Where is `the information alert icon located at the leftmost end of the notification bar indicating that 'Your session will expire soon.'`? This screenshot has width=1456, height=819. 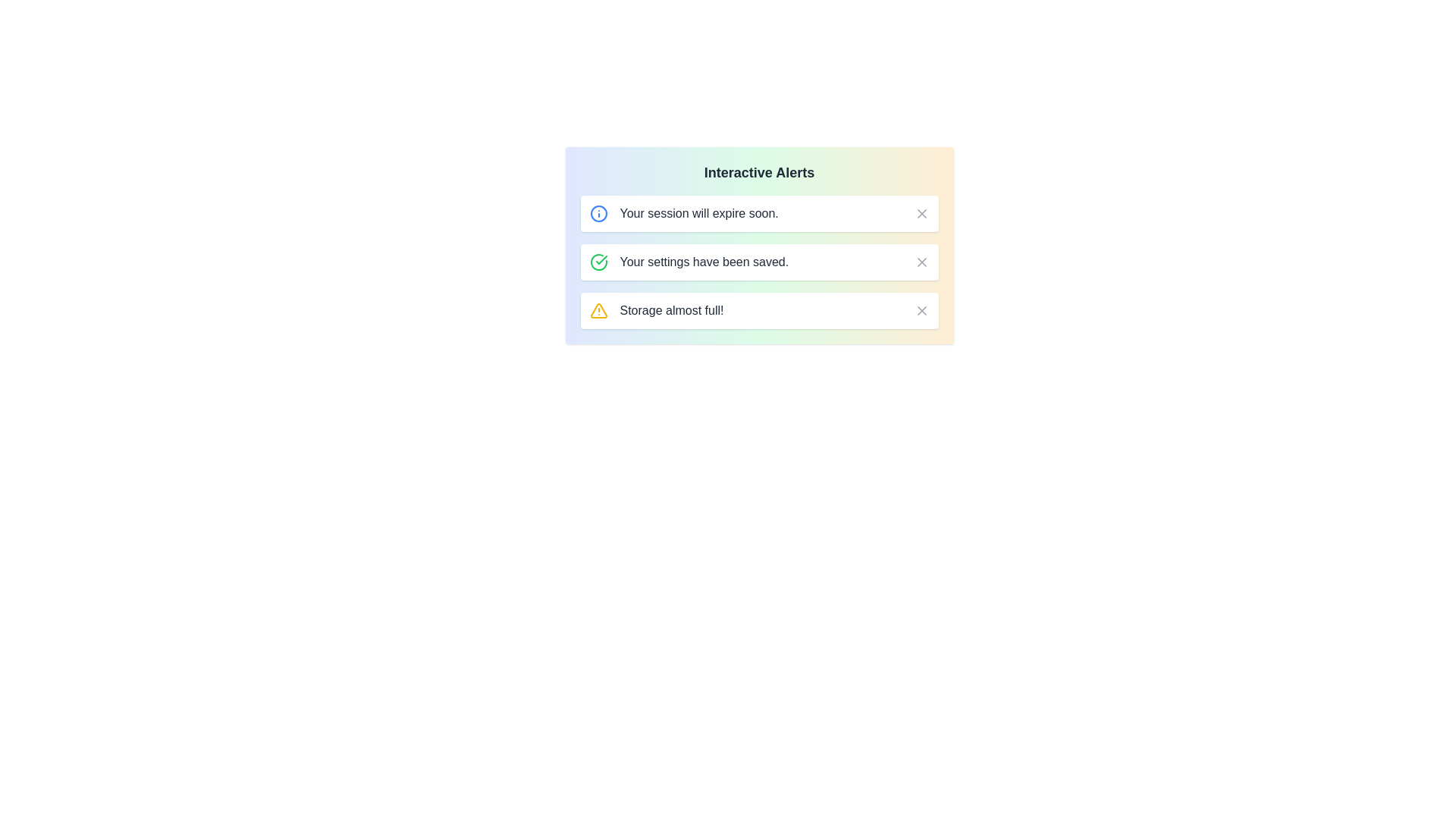
the information alert icon located at the leftmost end of the notification bar indicating that 'Your session will expire soon.' is located at coordinates (598, 213).